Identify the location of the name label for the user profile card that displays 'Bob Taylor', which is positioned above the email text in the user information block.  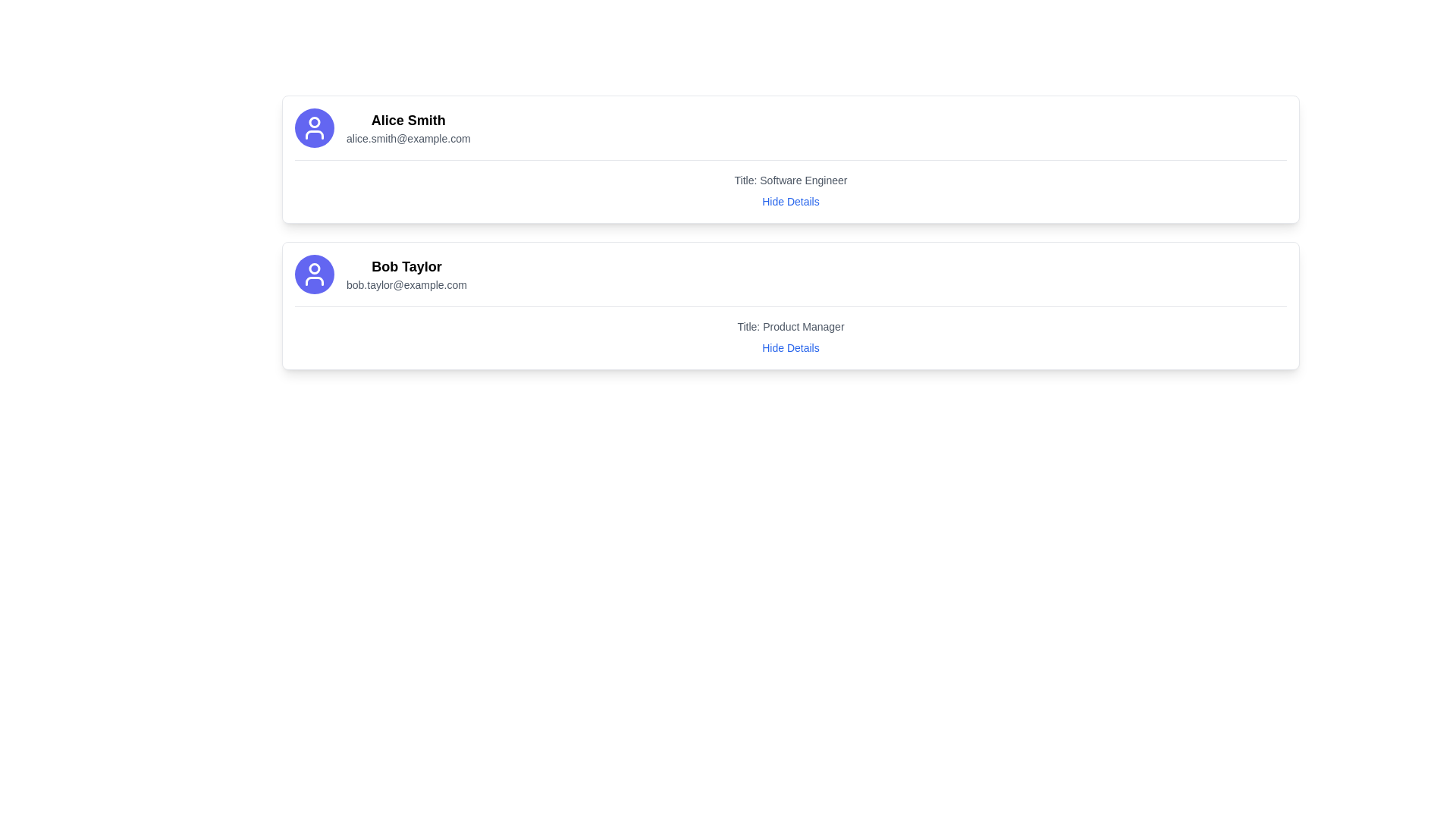
(406, 265).